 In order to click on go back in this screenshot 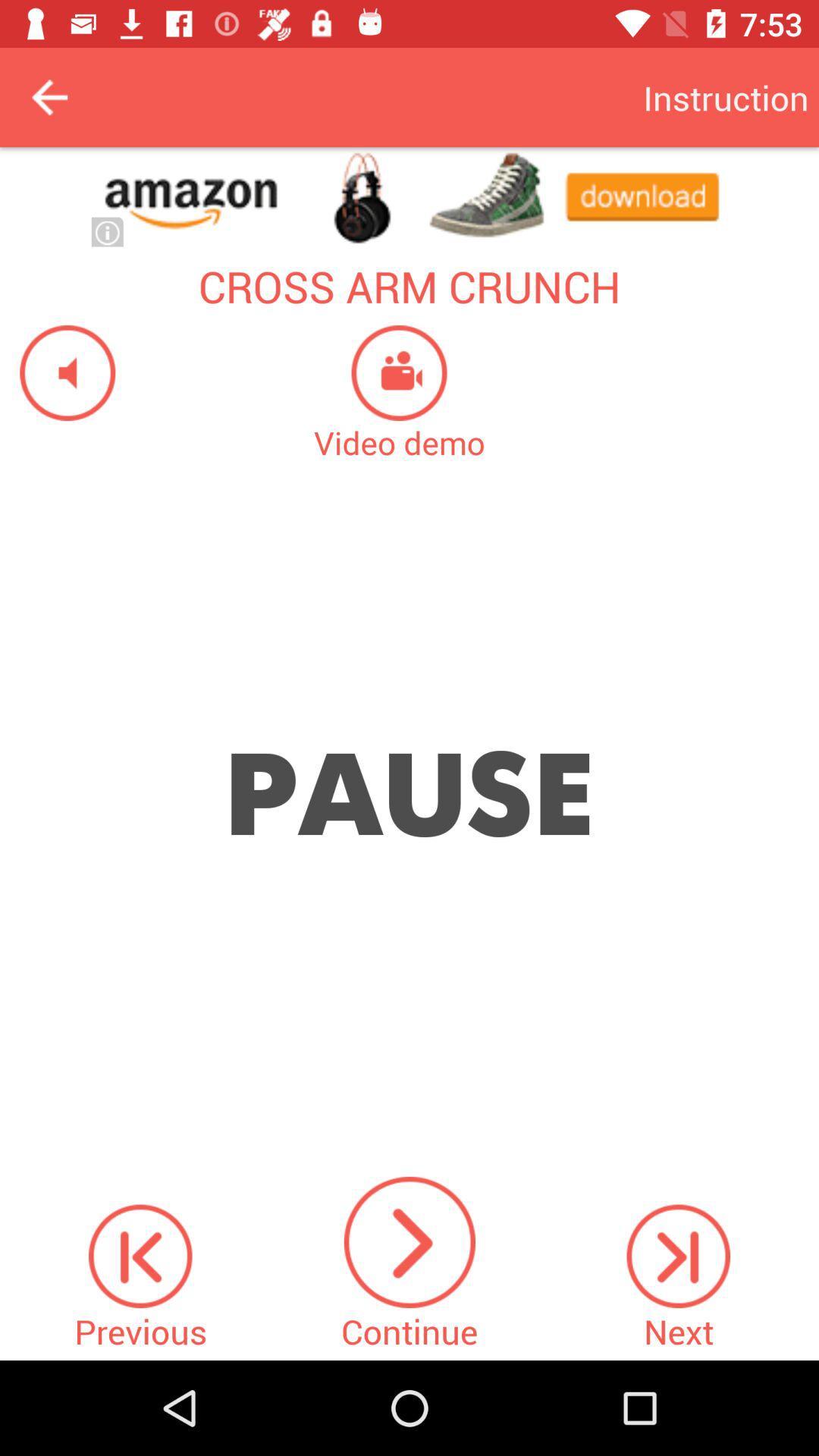, I will do `click(49, 96)`.